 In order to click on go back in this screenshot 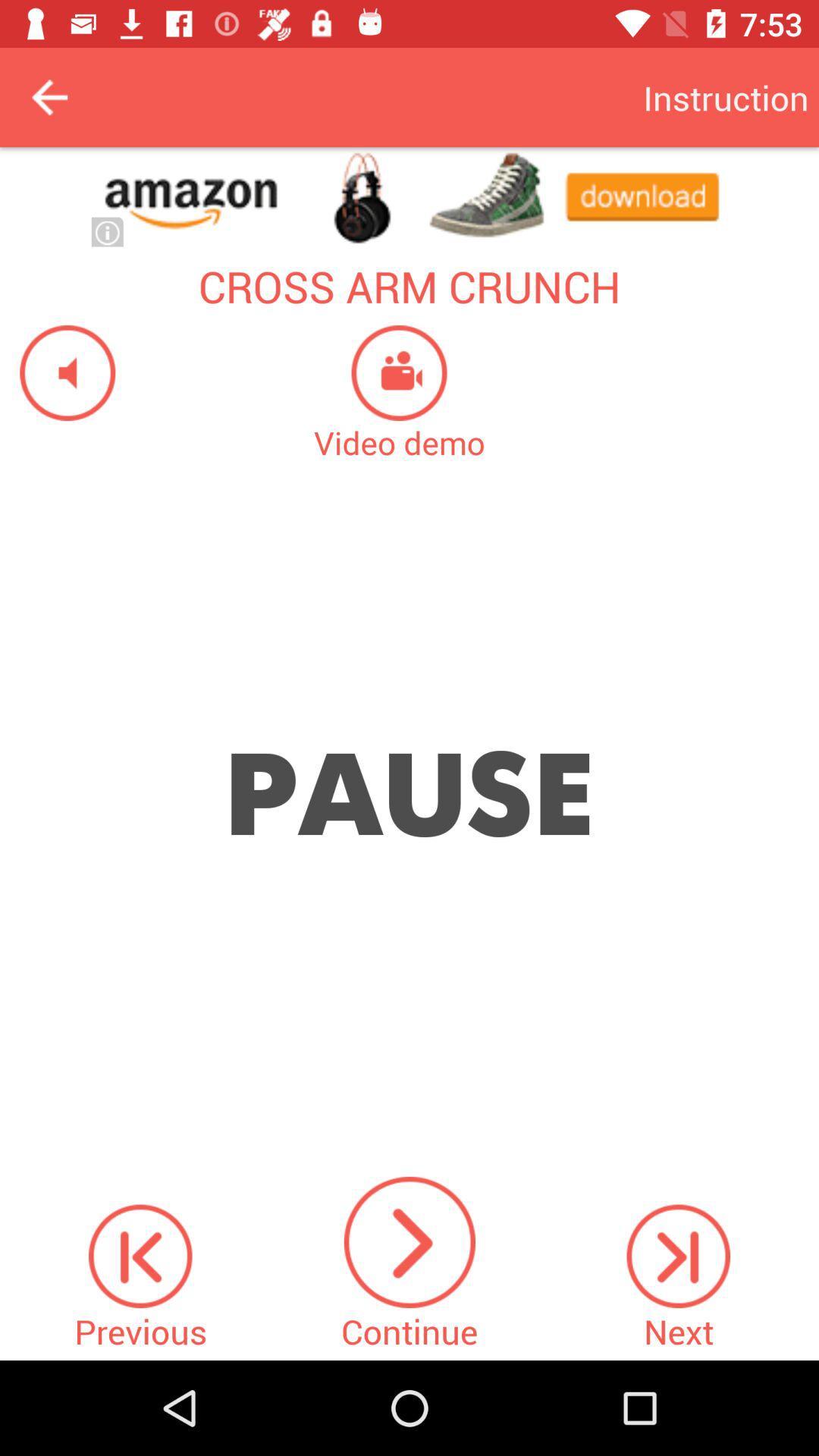, I will do `click(49, 96)`.